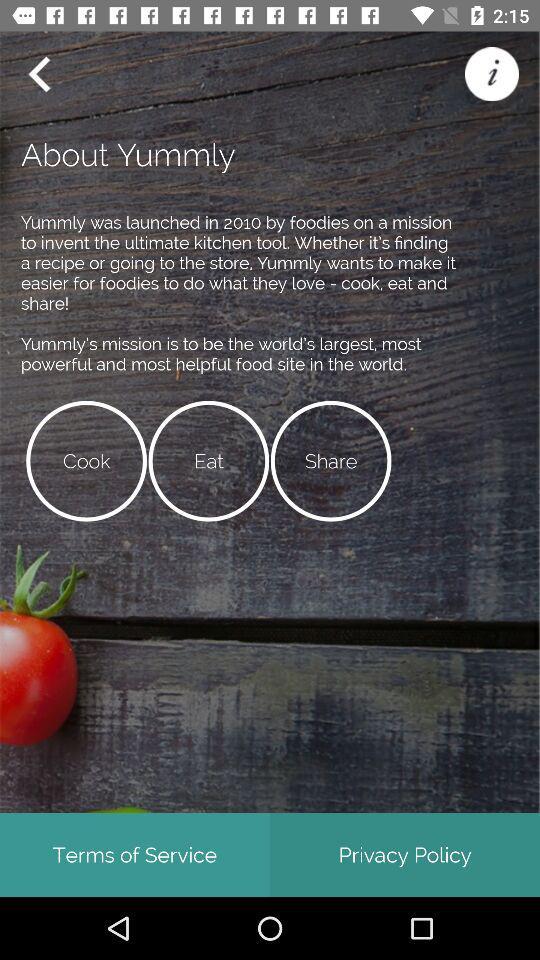 Image resolution: width=540 pixels, height=960 pixels. I want to click on the info icon, so click(490, 74).